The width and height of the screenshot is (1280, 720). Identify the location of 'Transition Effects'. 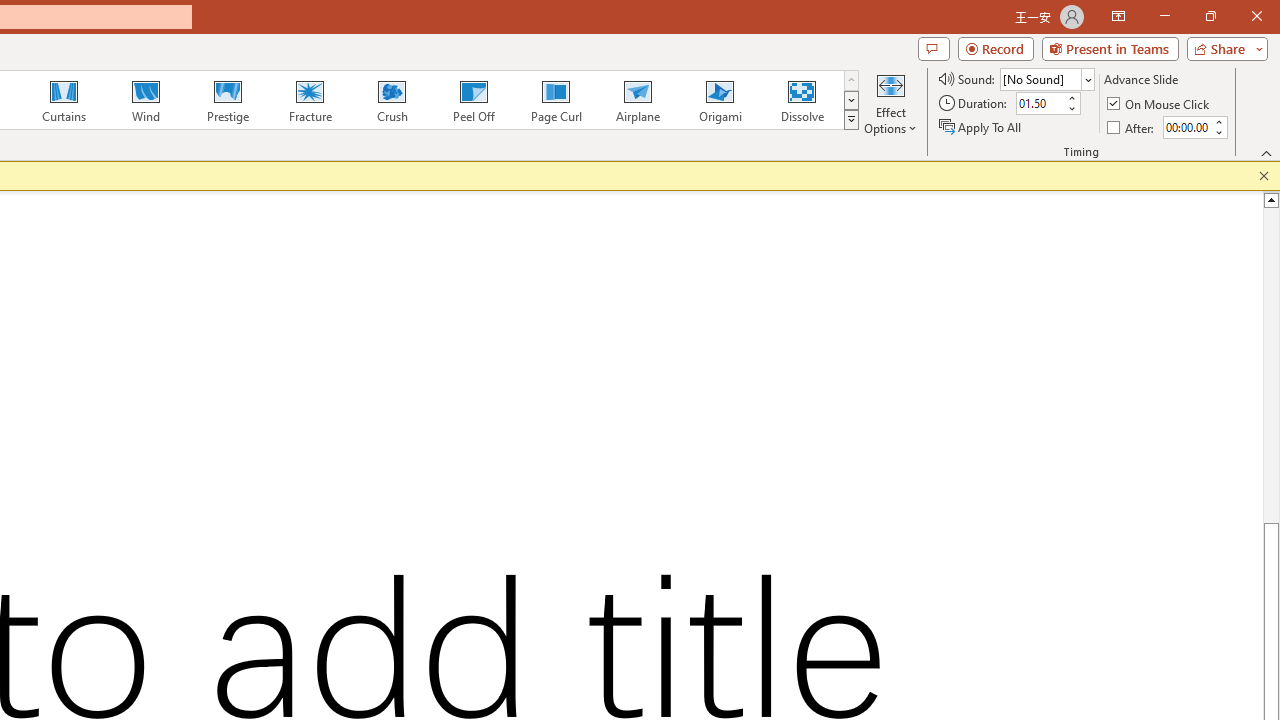
(851, 120).